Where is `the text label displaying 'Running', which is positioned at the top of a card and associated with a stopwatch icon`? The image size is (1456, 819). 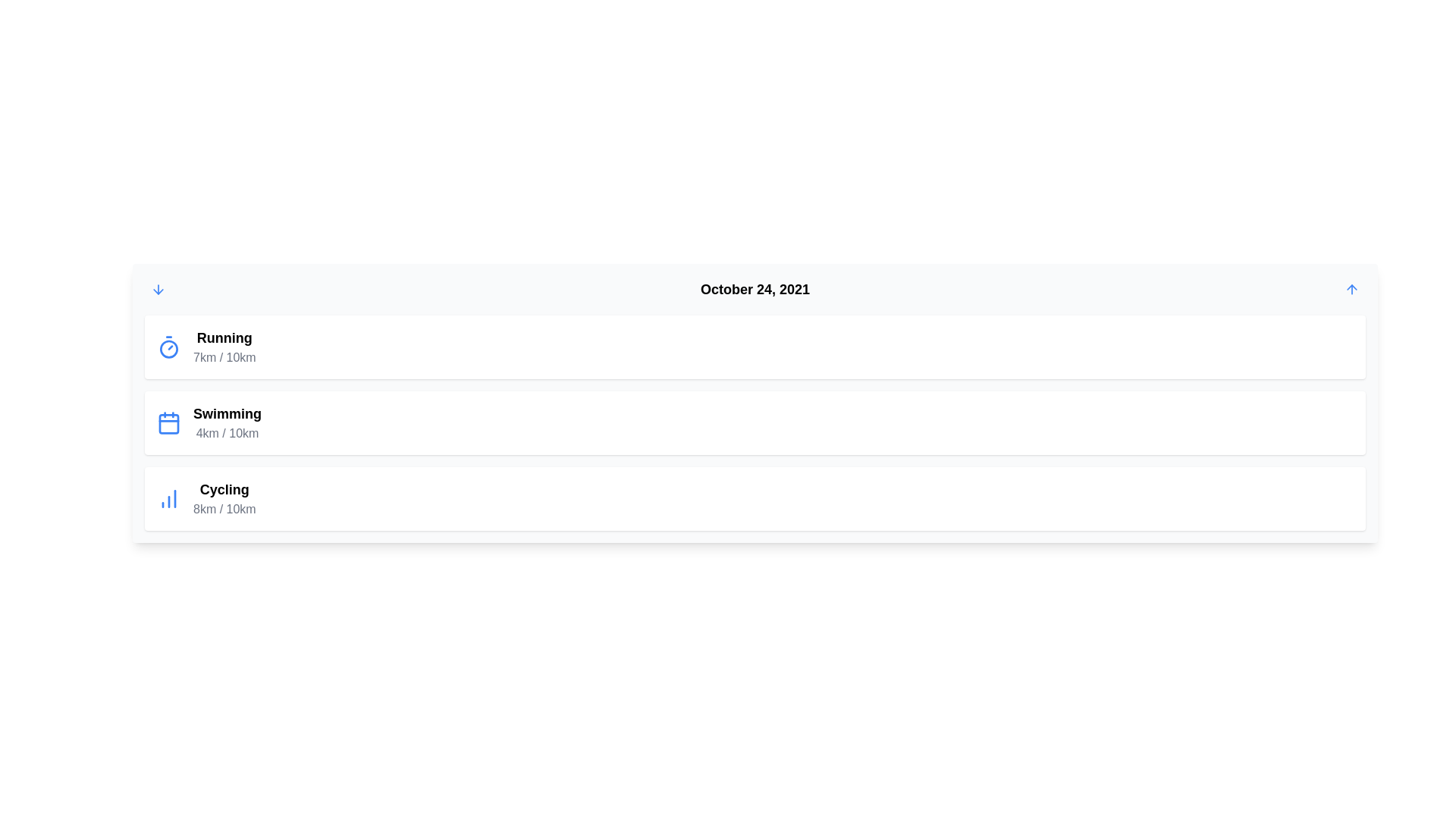
the text label displaying 'Running', which is positioned at the top of a card and associated with a stopwatch icon is located at coordinates (224, 337).